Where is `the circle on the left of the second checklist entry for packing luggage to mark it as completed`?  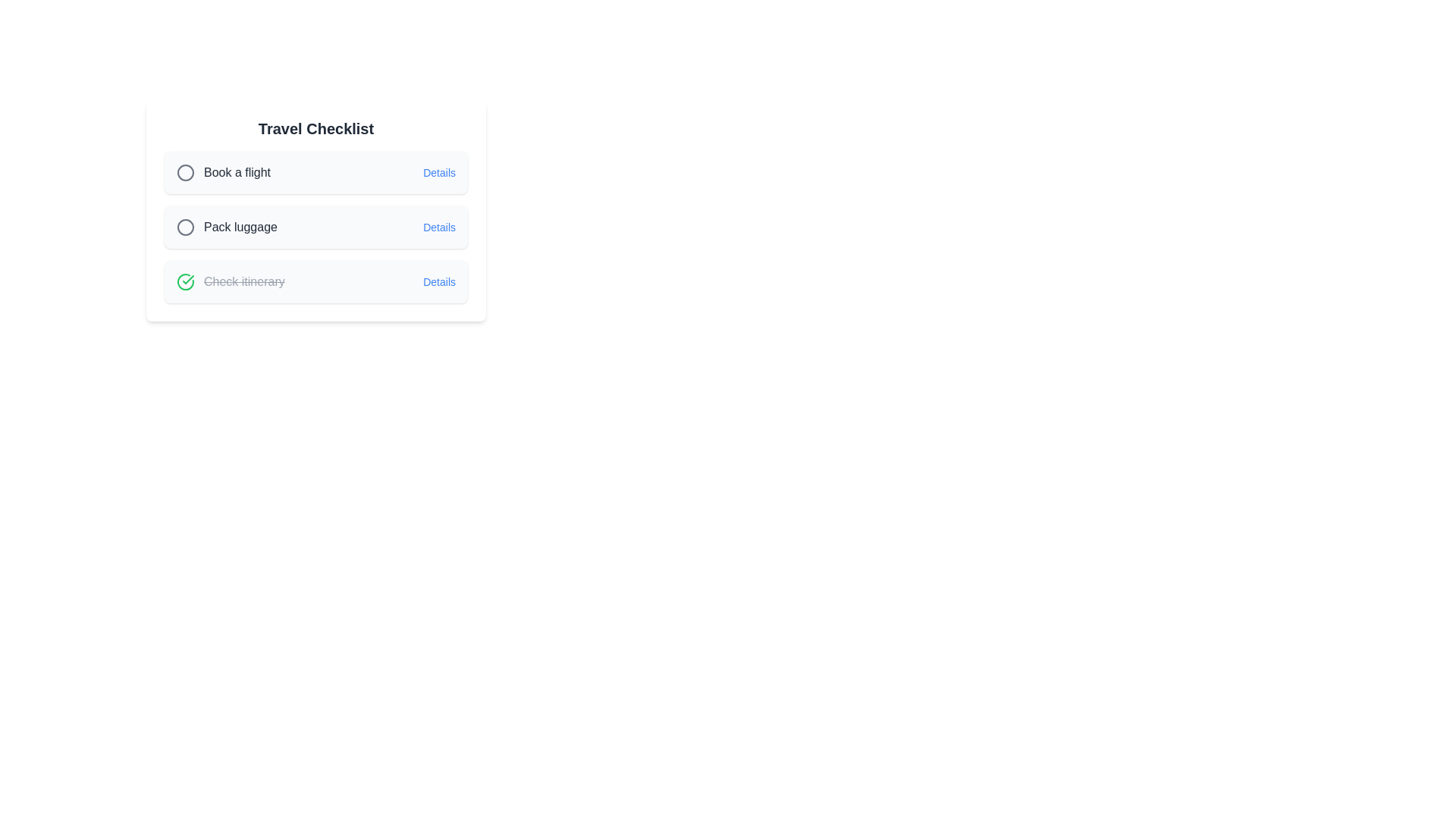
the circle on the left of the second checklist entry for packing luggage to mark it as completed is located at coordinates (315, 227).